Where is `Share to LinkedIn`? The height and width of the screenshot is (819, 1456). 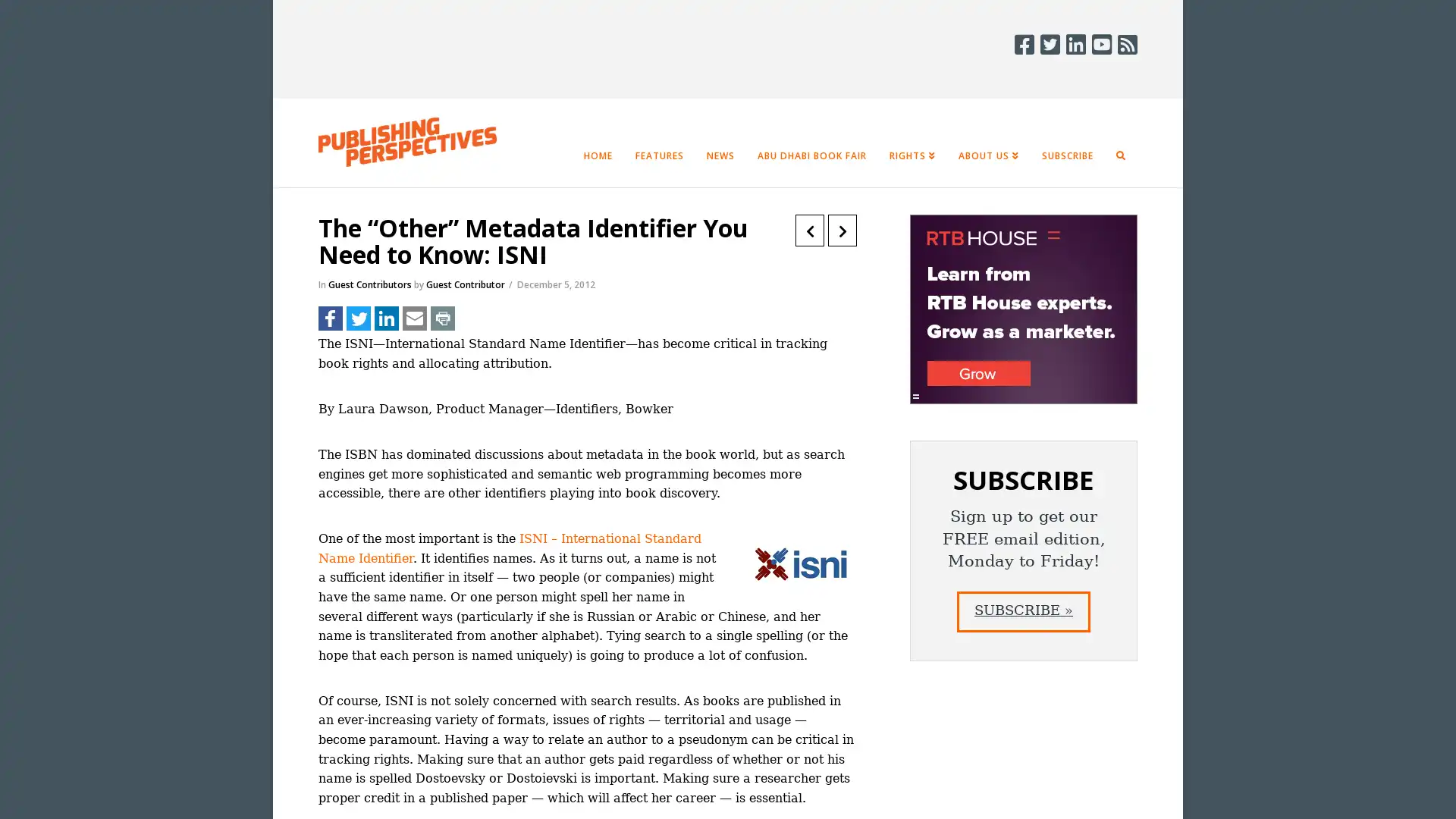
Share to LinkedIn is located at coordinates (386, 318).